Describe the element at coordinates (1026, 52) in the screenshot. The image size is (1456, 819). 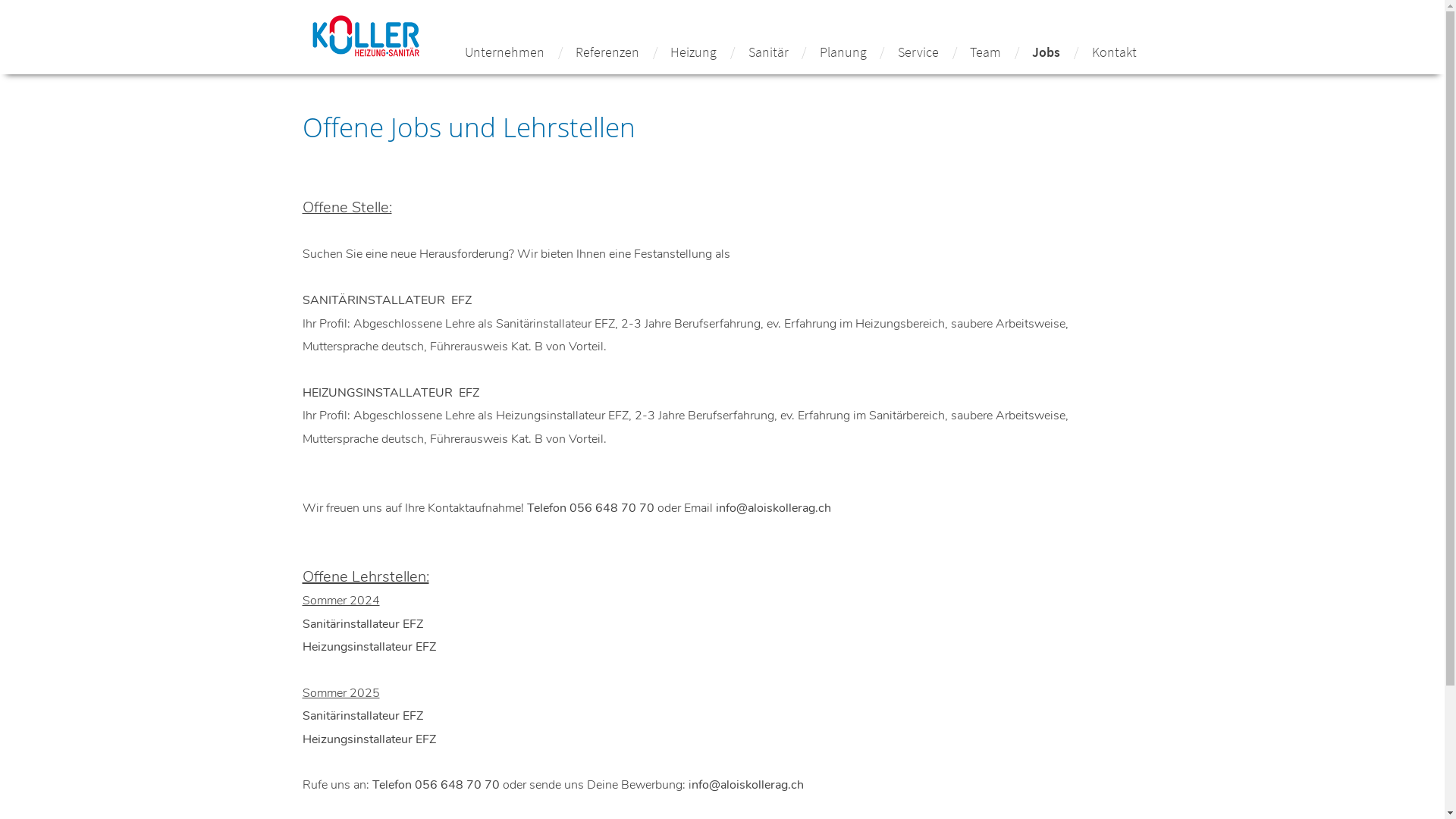
I see `'Jobs'` at that location.